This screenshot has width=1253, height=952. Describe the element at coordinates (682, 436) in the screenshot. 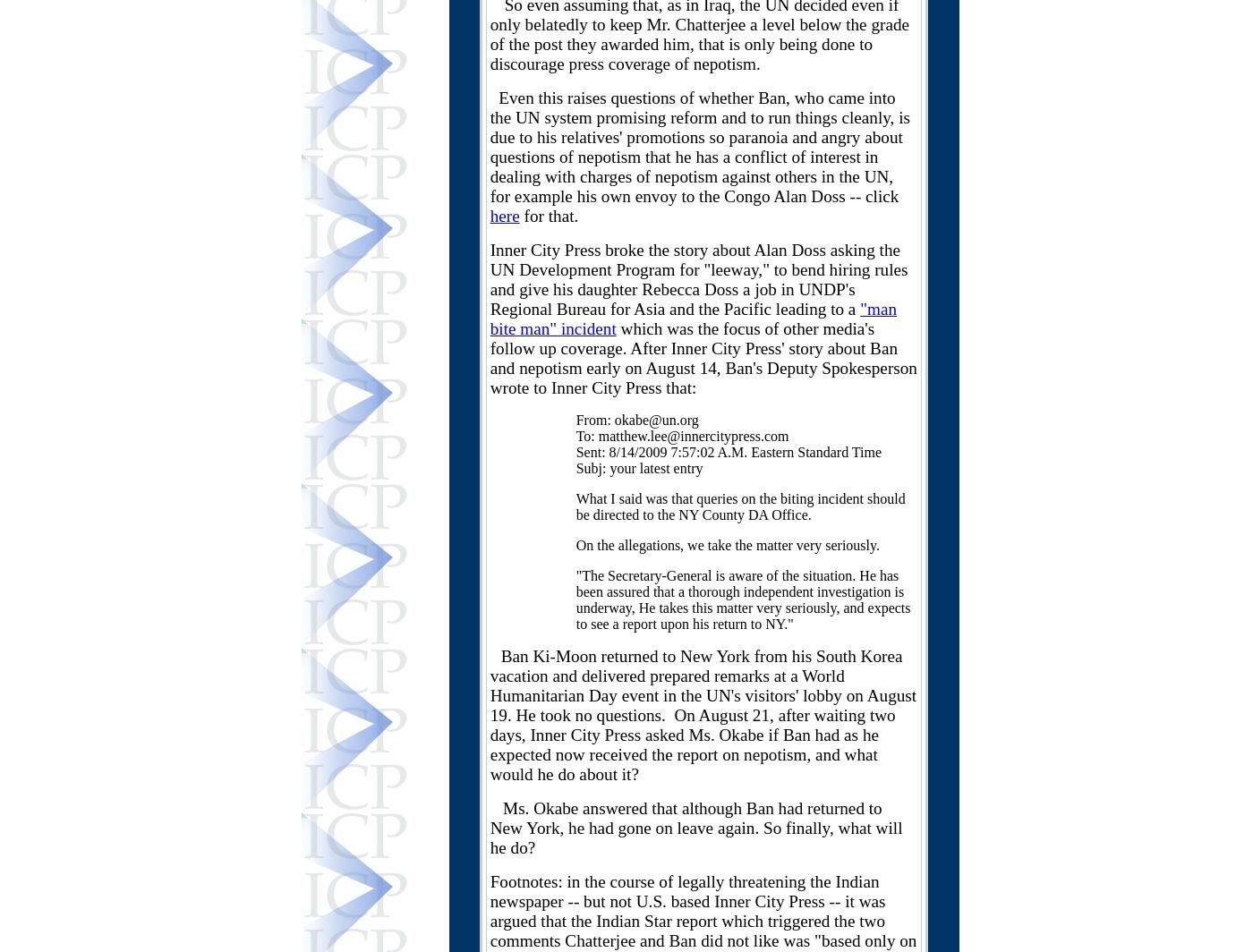

I see `'To:
matthew.lee@innercitypress.com'` at that location.